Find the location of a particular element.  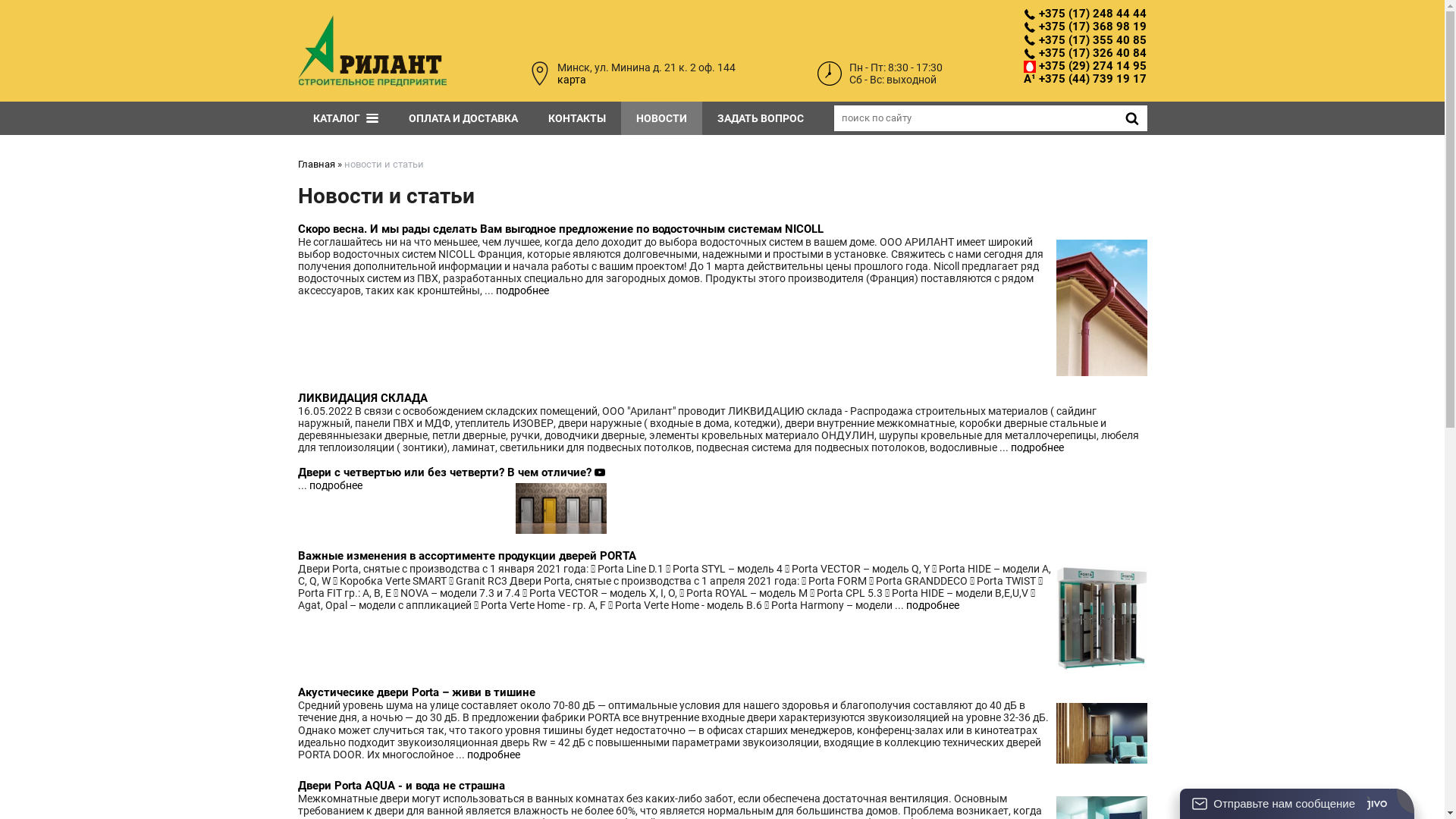

'+375 (17) 326 40 84' is located at coordinates (1084, 52).